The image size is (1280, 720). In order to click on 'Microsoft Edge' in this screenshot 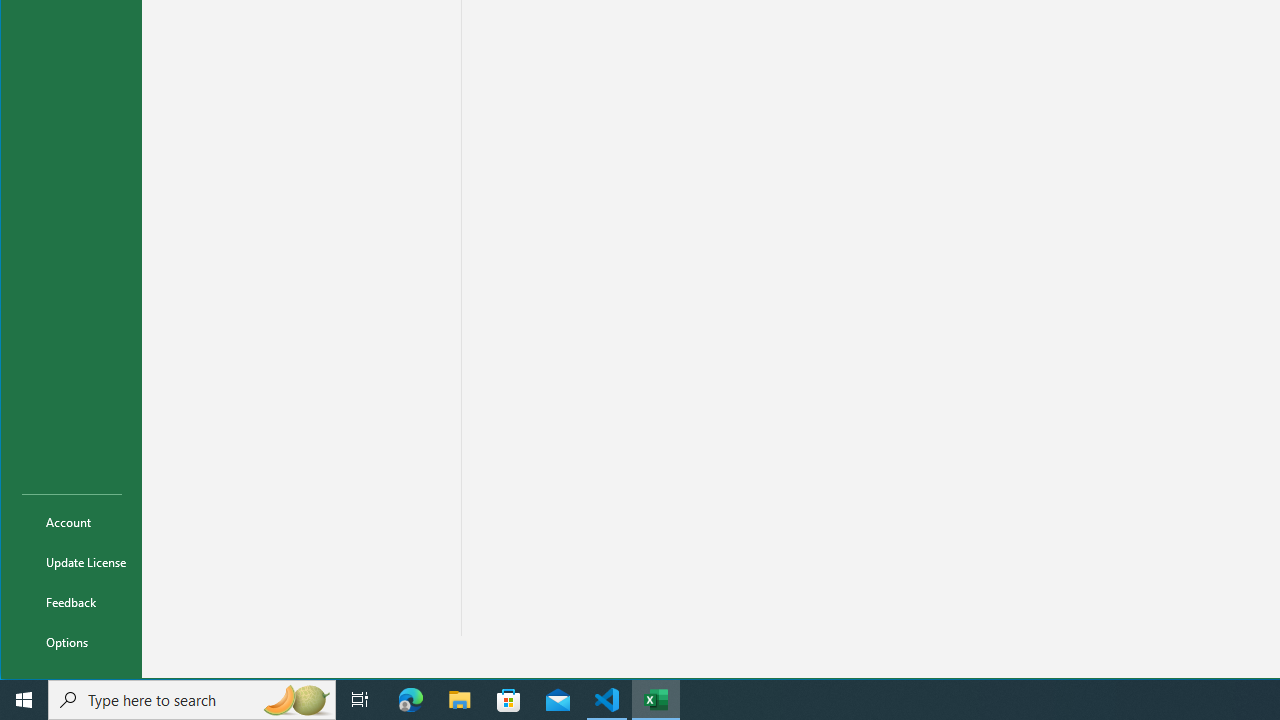, I will do `click(410, 698)`.